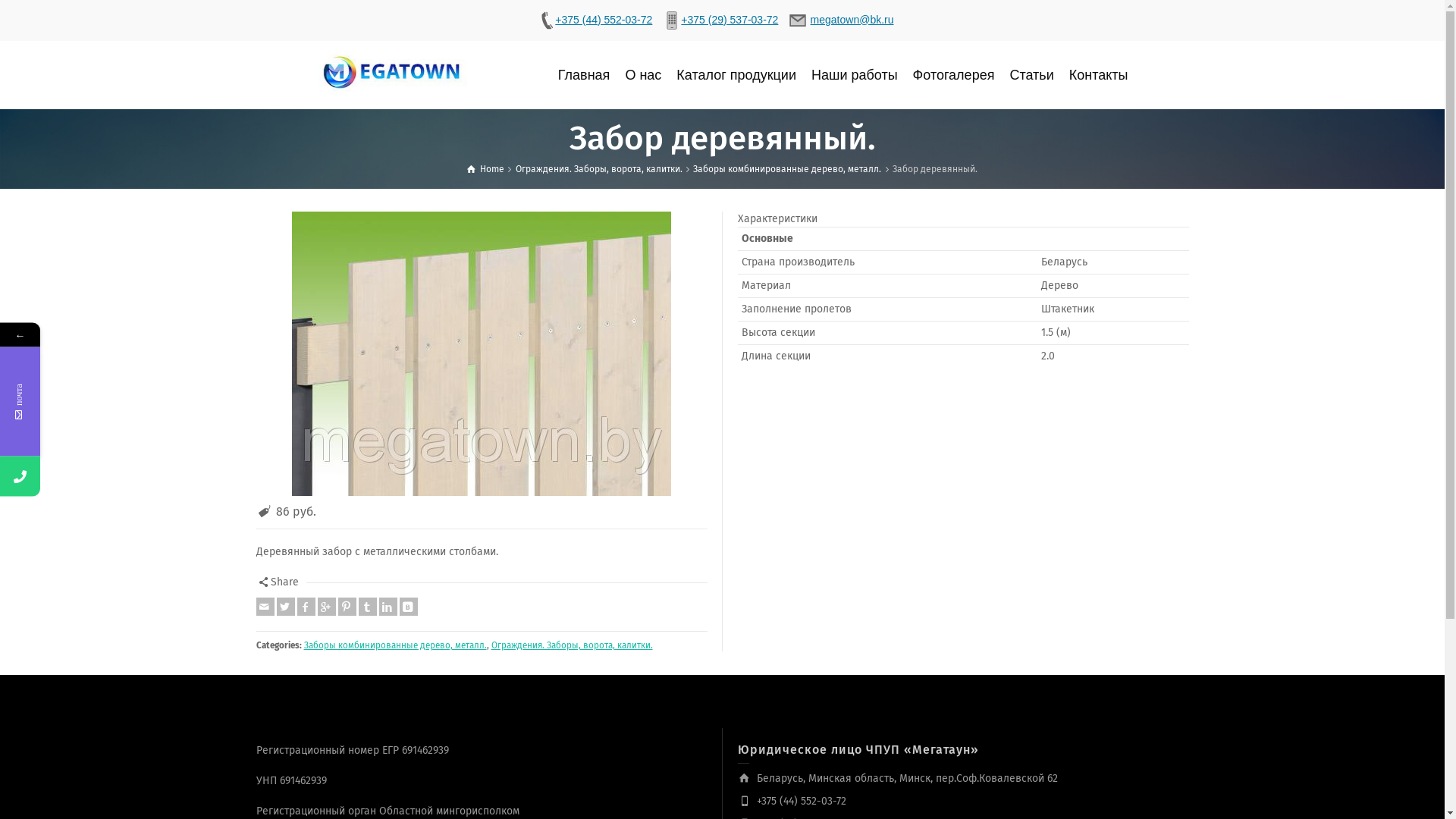  Describe the element at coordinates (720, 20) in the screenshot. I see `'+375 (29) 537-03-72'` at that location.